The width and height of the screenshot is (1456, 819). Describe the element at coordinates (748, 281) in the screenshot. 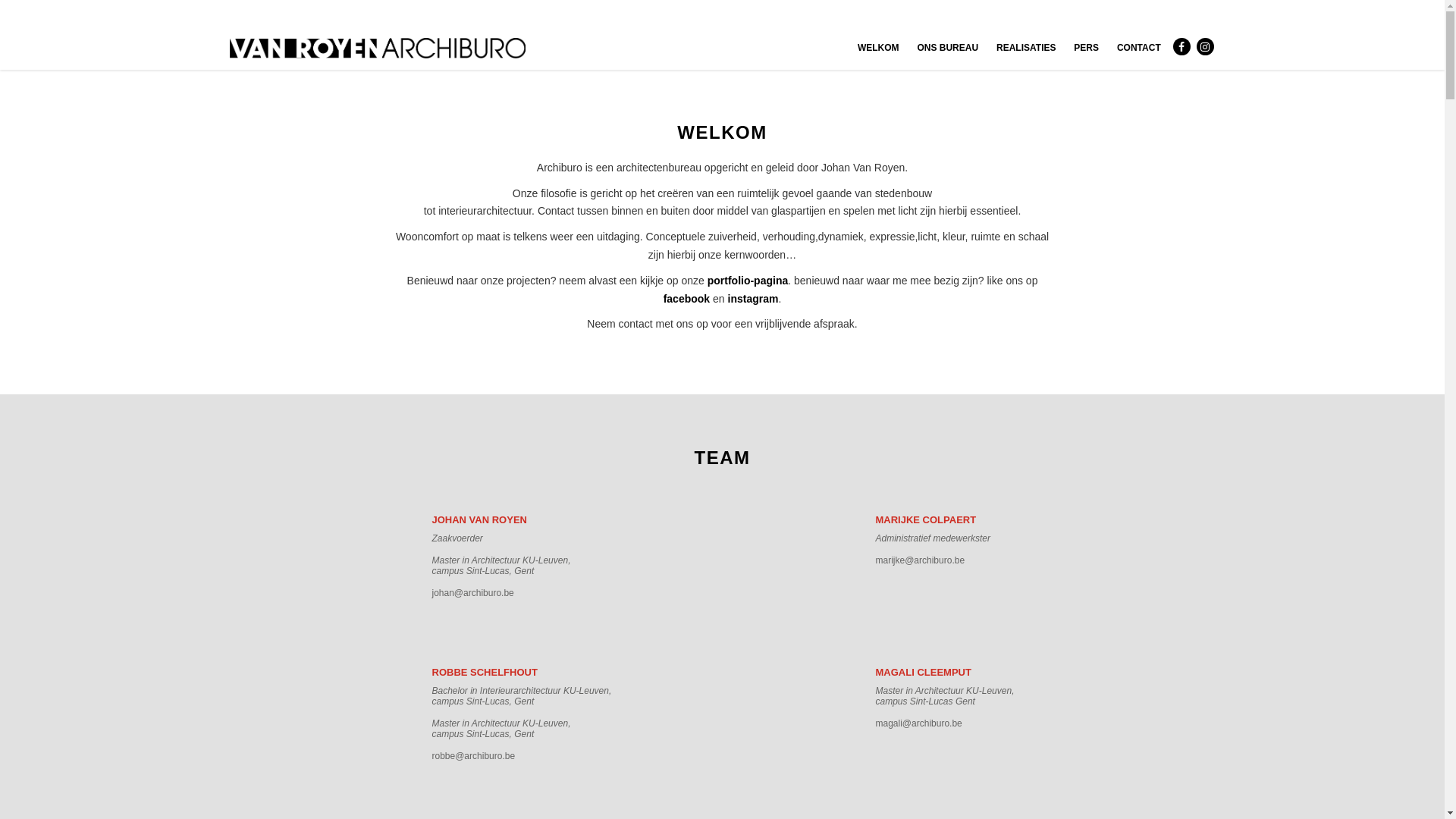

I see `'portfolio-pagina'` at that location.